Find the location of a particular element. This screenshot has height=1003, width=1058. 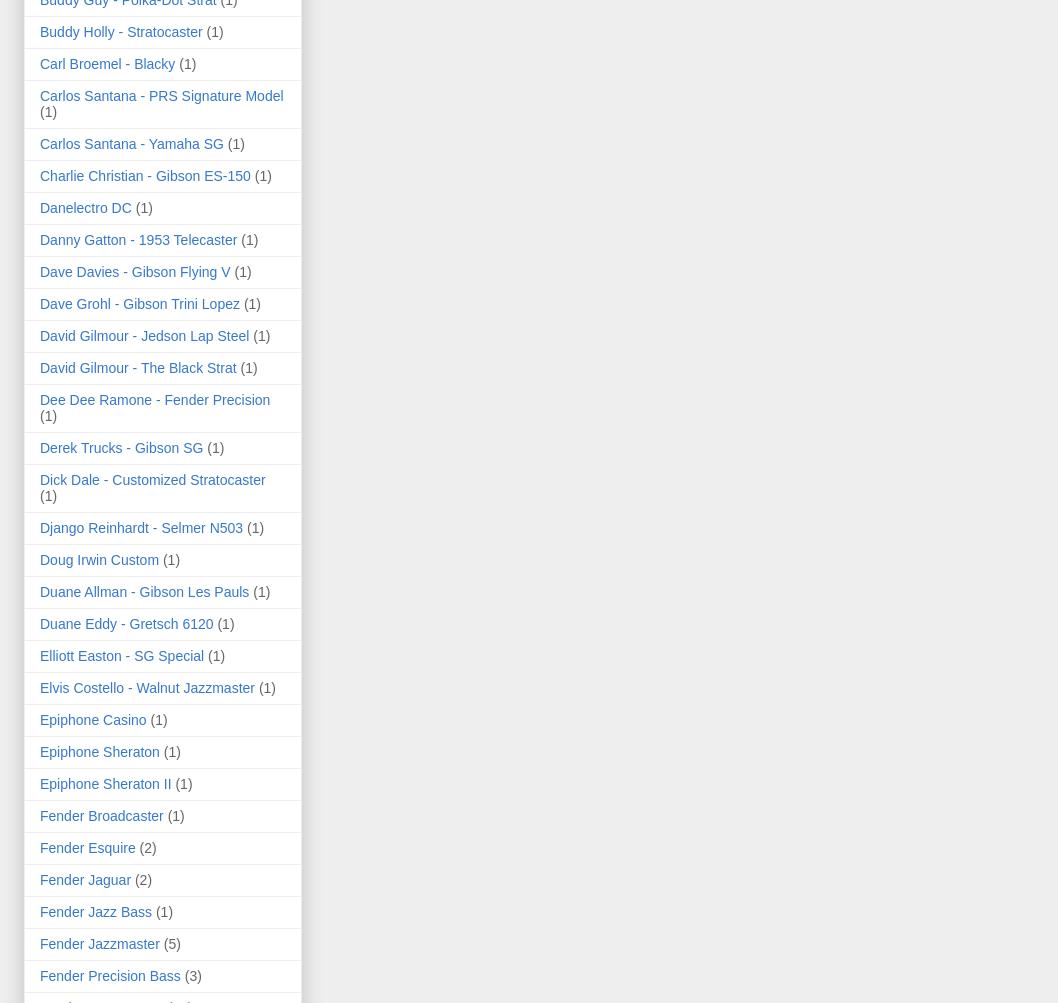

'Duane Allman - Gibson Les Pauls' is located at coordinates (143, 589).